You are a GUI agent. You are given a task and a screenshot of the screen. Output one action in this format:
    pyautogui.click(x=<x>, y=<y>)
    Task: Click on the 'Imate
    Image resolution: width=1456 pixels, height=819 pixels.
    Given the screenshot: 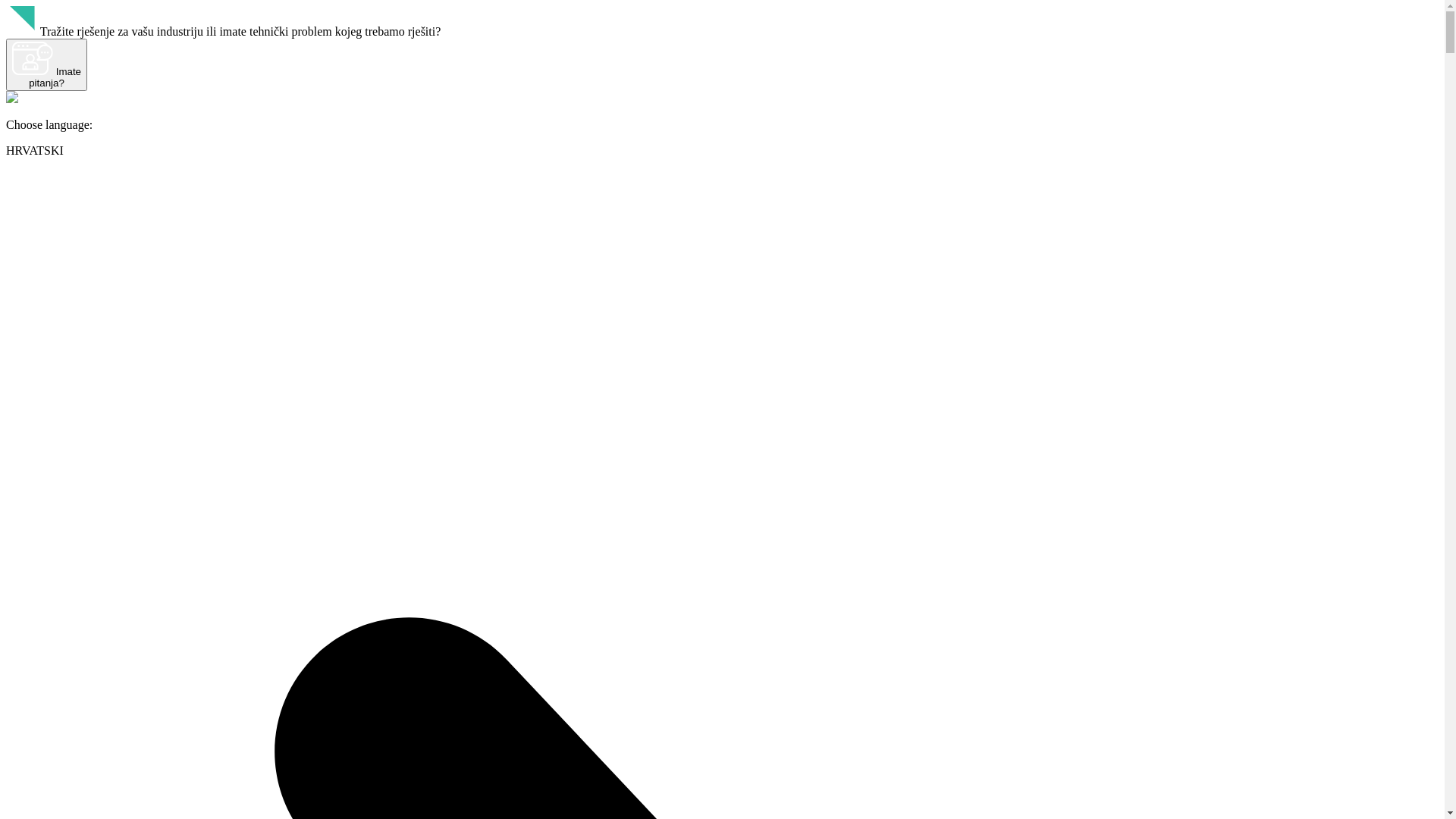 What is the action you would take?
    pyautogui.click(x=46, y=64)
    